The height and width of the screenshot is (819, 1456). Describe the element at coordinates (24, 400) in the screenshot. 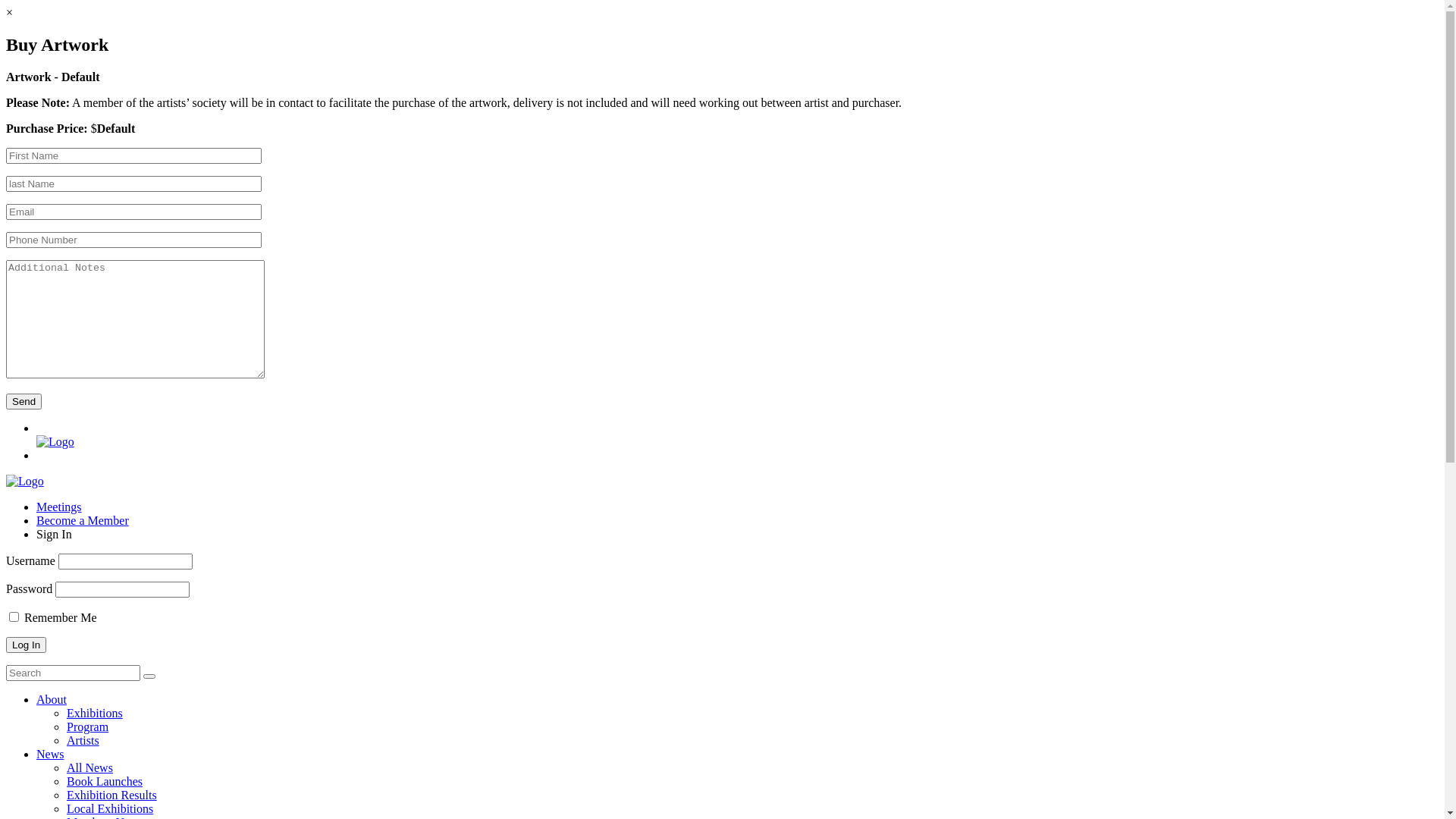

I see `'Send'` at that location.